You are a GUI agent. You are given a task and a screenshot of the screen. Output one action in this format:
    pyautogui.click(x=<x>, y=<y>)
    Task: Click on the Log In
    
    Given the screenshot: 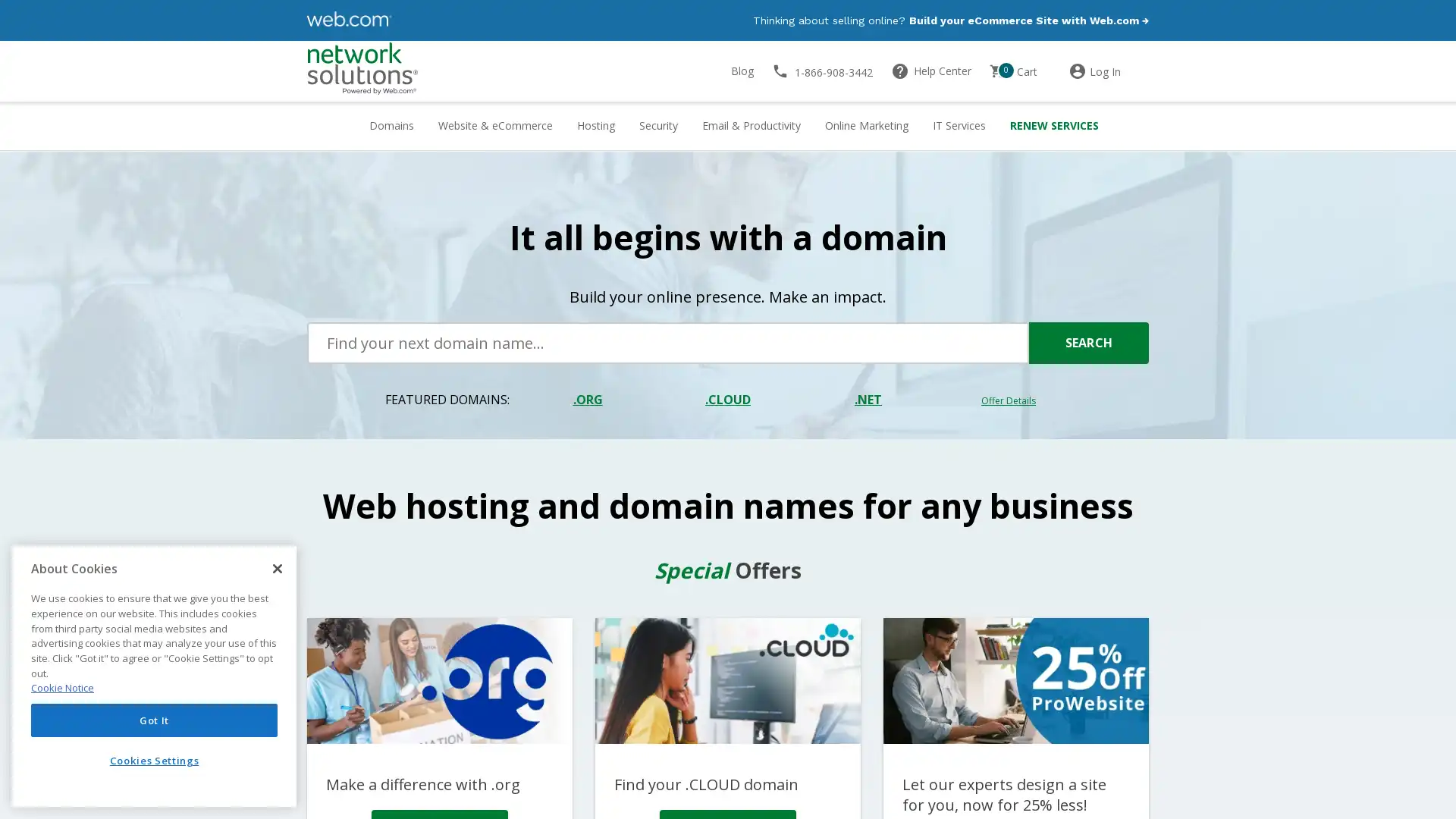 What is the action you would take?
    pyautogui.click(x=1108, y=70)
    